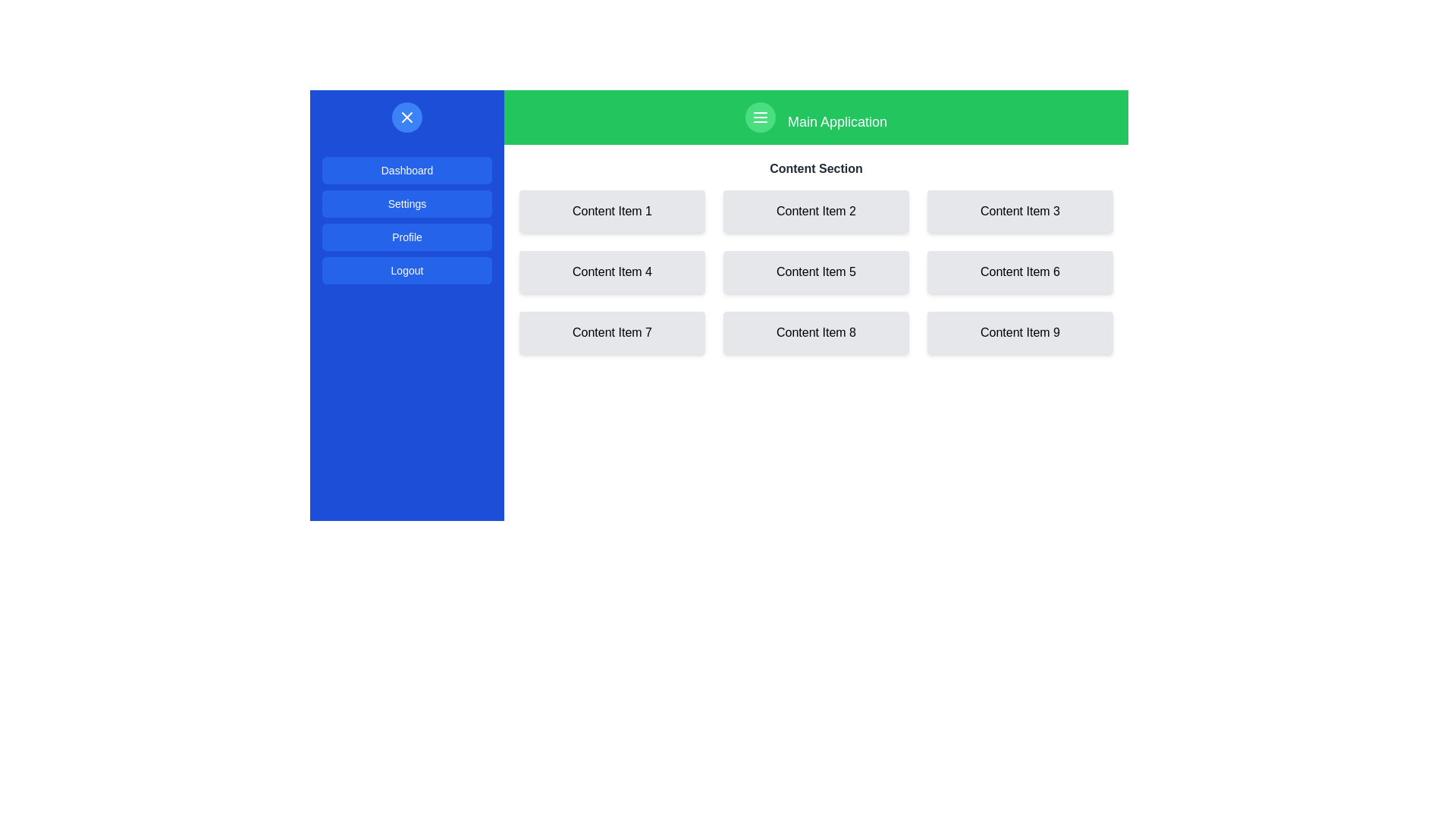  What do you see at coordinates (761, 116) in the screenshot?
I see `the navigation menu trigger button located in the top green header section, adjacent to the 'Main Application' title` at bounding box center [761, 116].